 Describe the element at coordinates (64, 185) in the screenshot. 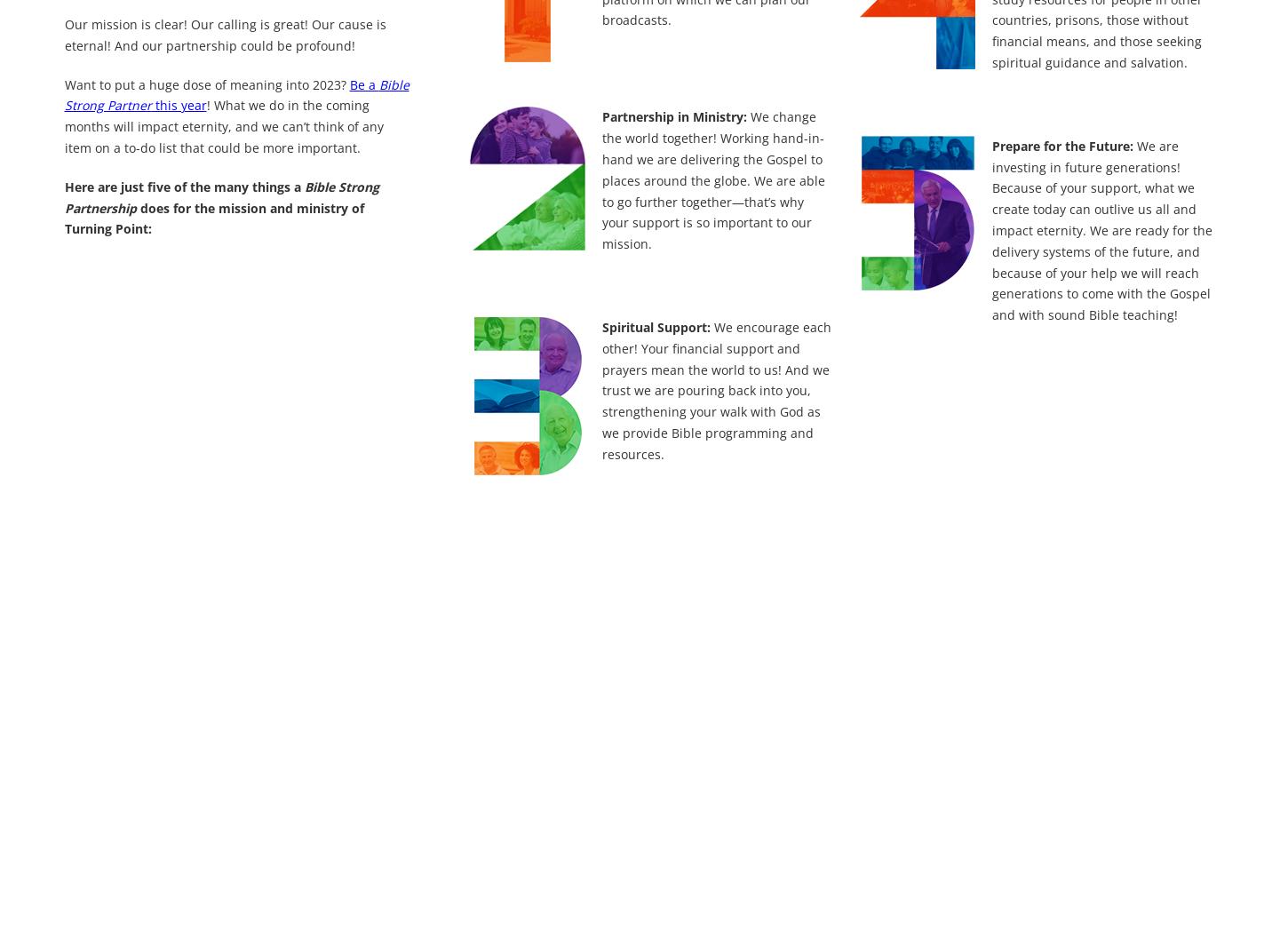

I see `'Here are just five of the many things a'` at that location.